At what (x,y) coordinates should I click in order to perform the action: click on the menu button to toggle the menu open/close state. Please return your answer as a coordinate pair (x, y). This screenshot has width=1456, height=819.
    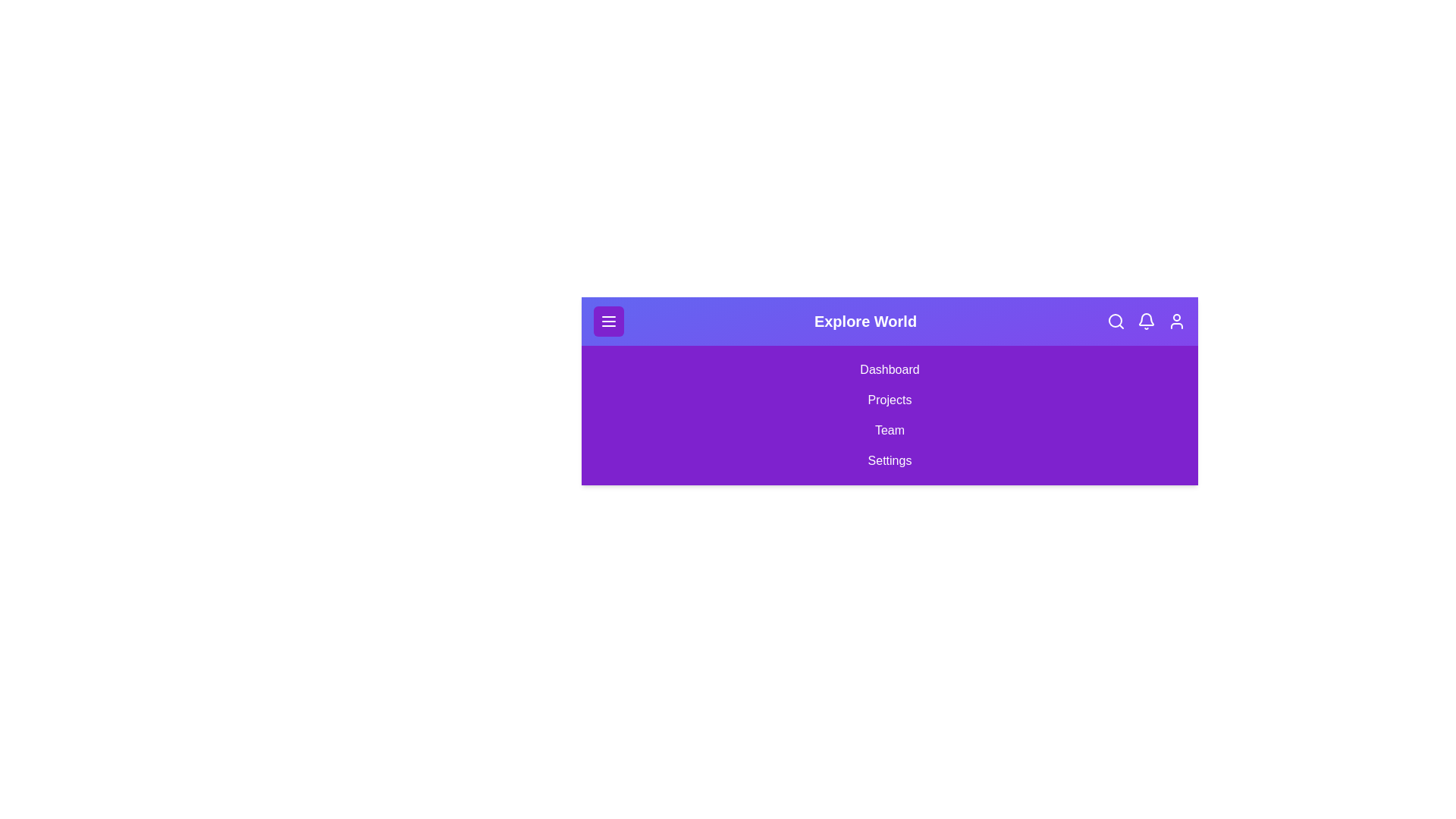
    Looking at the image, I should click on (608, 321).